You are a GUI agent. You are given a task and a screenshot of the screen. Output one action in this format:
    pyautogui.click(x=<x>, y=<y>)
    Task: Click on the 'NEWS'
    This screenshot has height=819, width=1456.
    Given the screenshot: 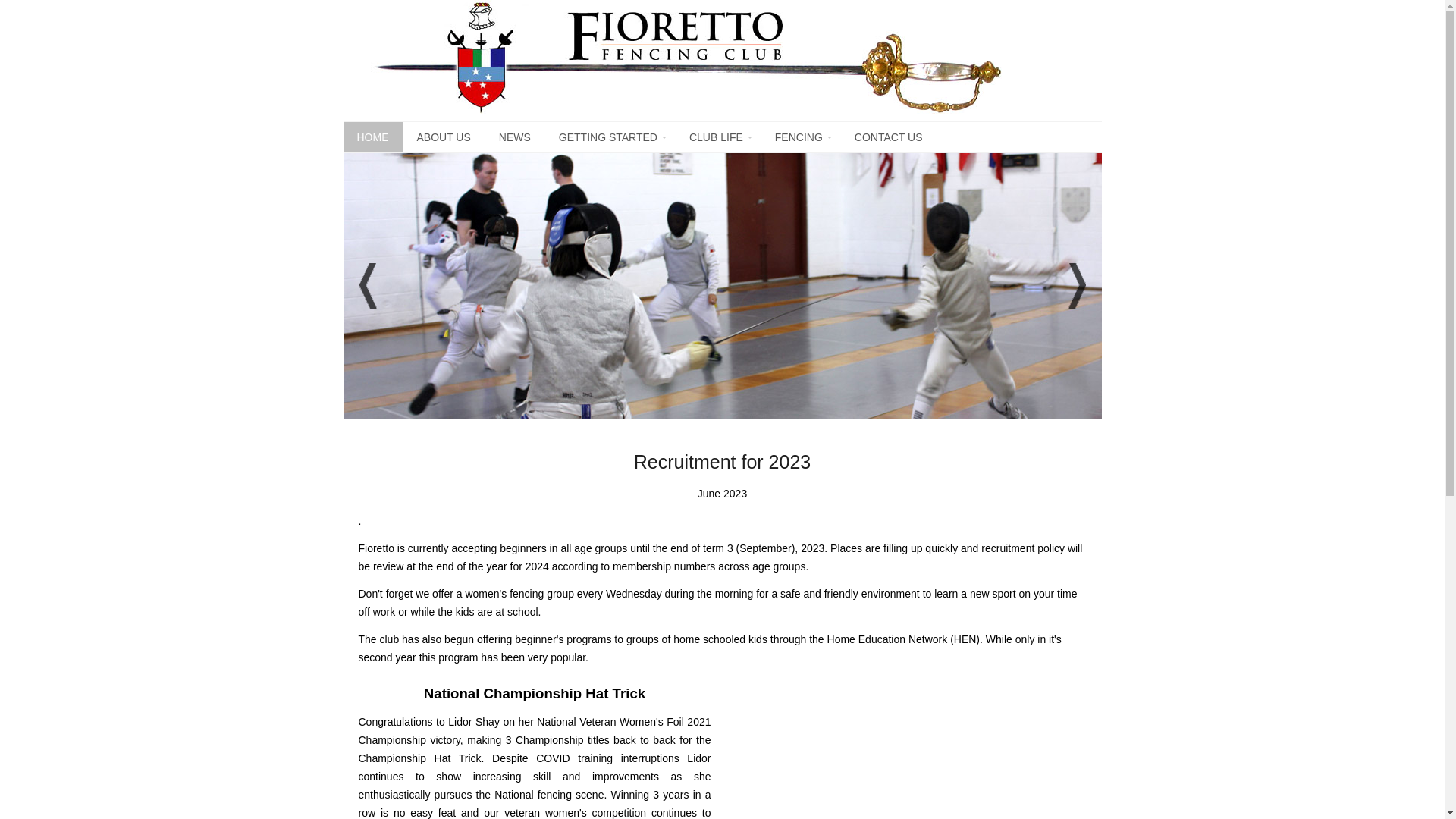 What is the action you would take?
    pyautogui.click(x=514, y=137)
    